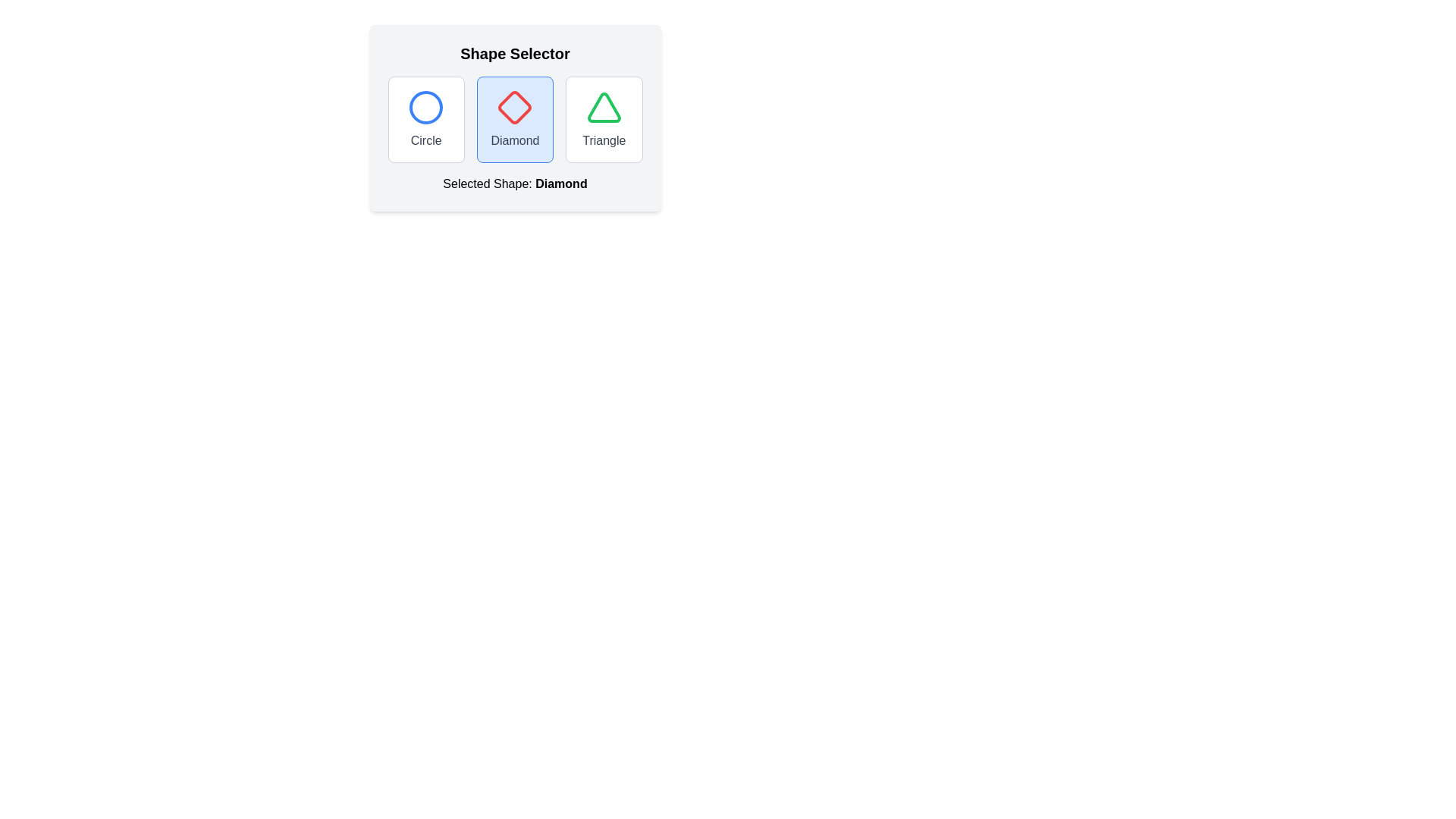 Image resolution: width=1456 pixels, height=819 pixels. What do you see at coordinates (515, 117) in the screenshot?
I see `the button in the shape selection interface` at bounding box center [515, 117].